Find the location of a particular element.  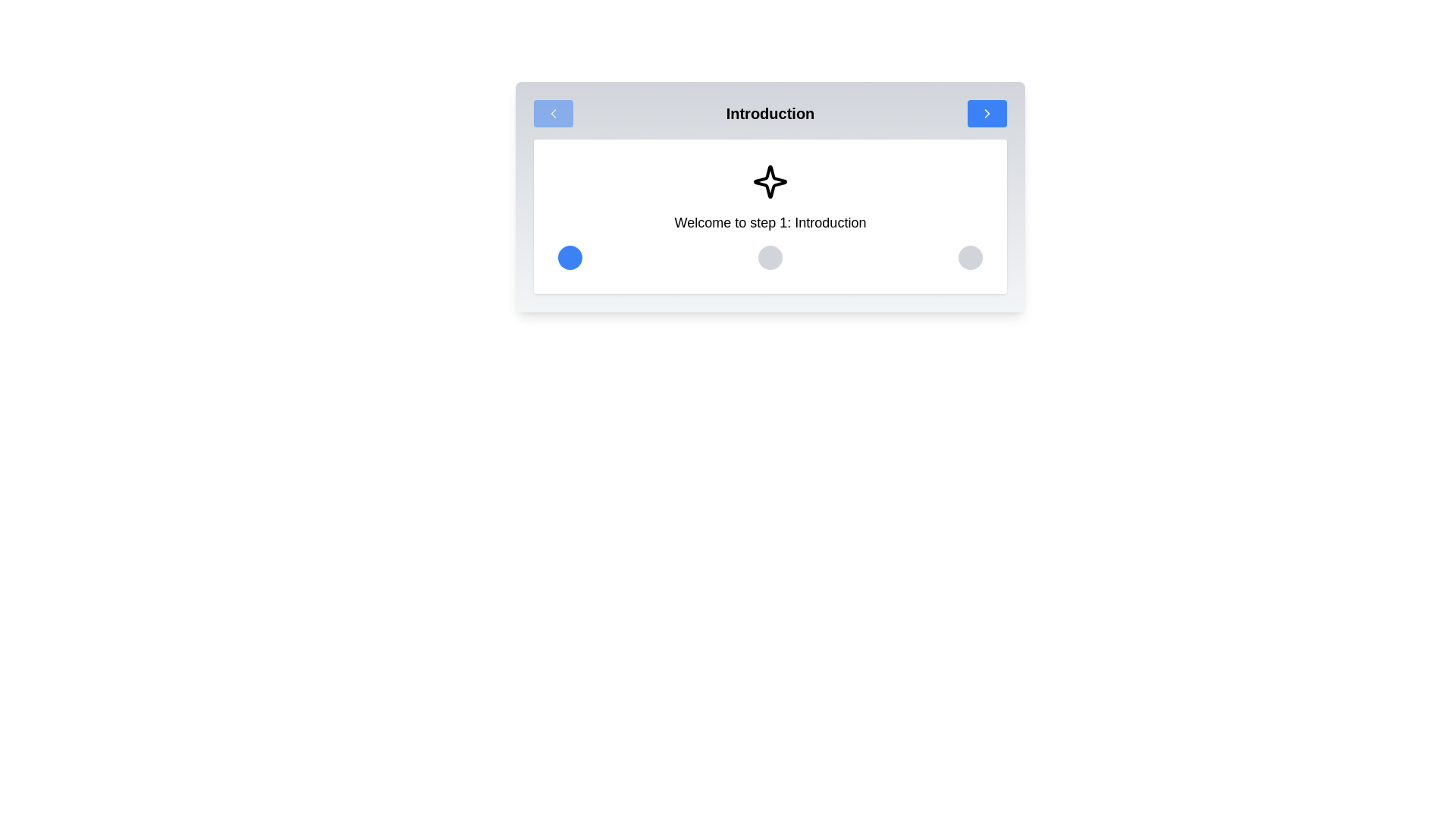

the right arrow button to navigate to the next step is located at coordinates (987, 113).